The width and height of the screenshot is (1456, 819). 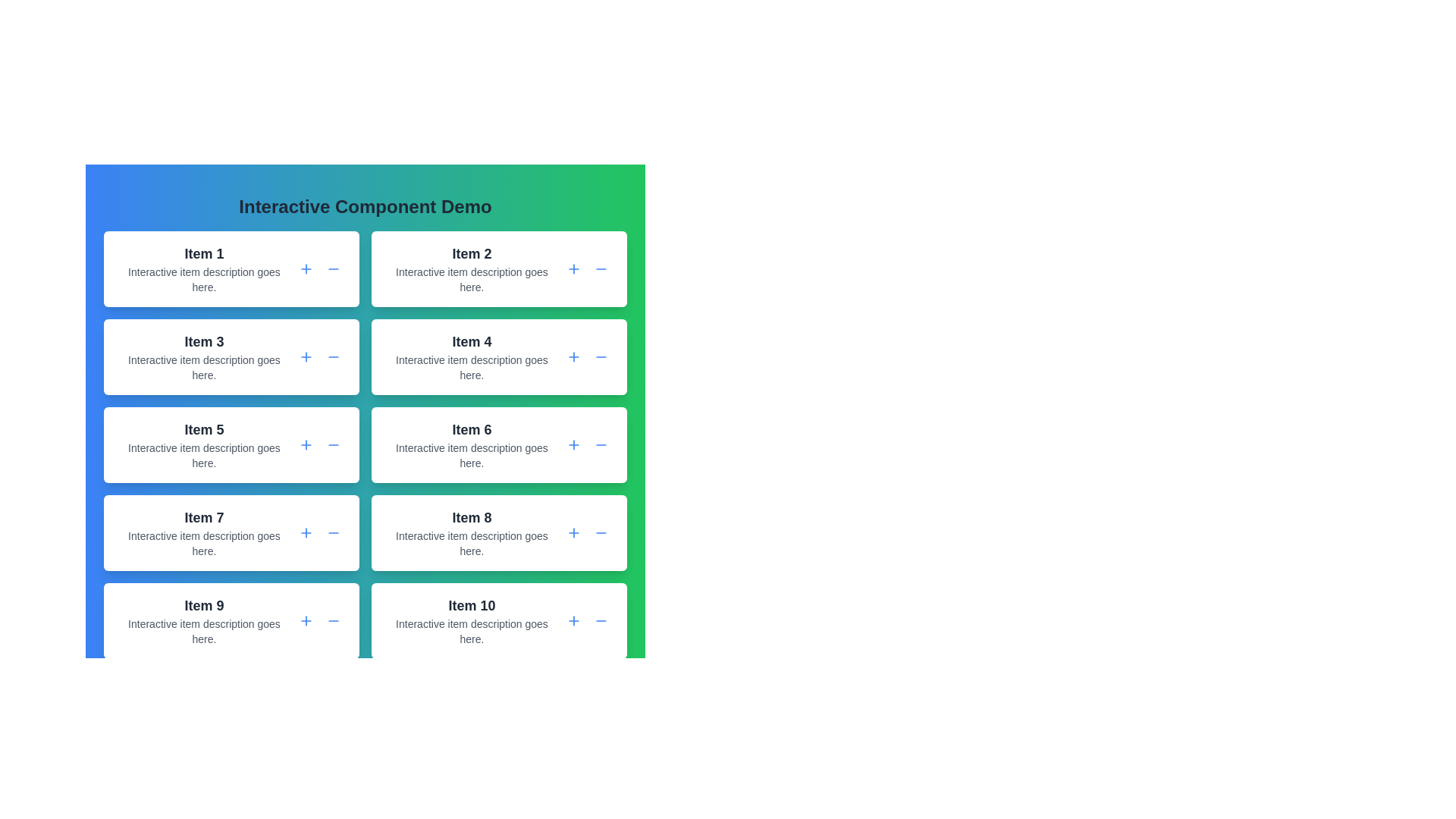 What do you see at coordinates (600, 356) in the screenshot?
I see `the horizontal straight line SVG icon` at bounding box center [600, 356].